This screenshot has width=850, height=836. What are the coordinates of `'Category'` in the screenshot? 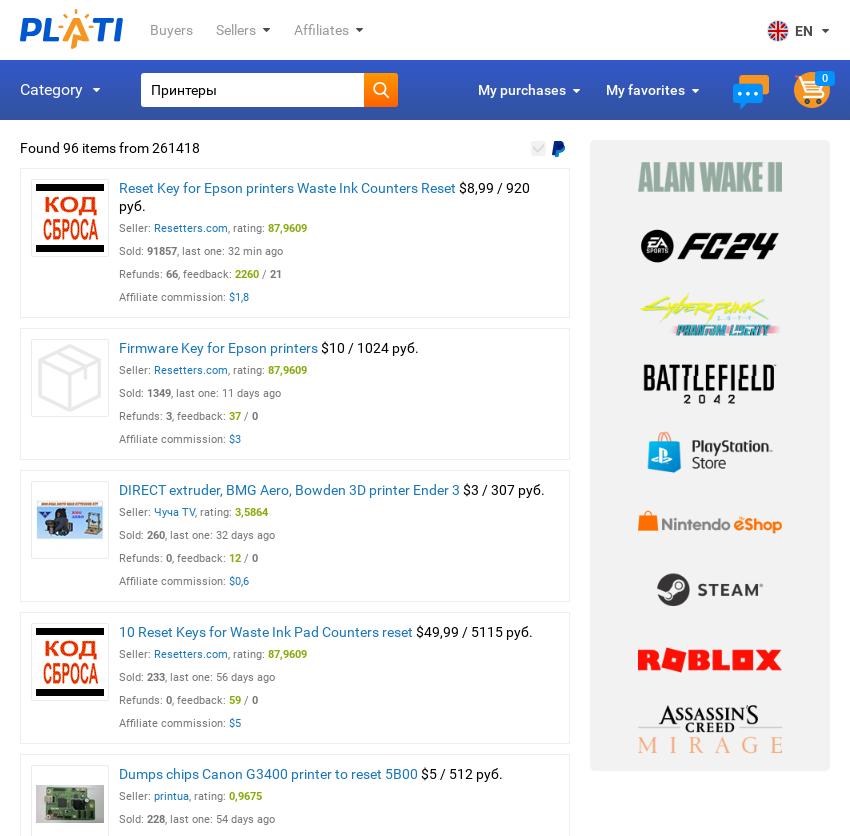 It's located at (51, 89).